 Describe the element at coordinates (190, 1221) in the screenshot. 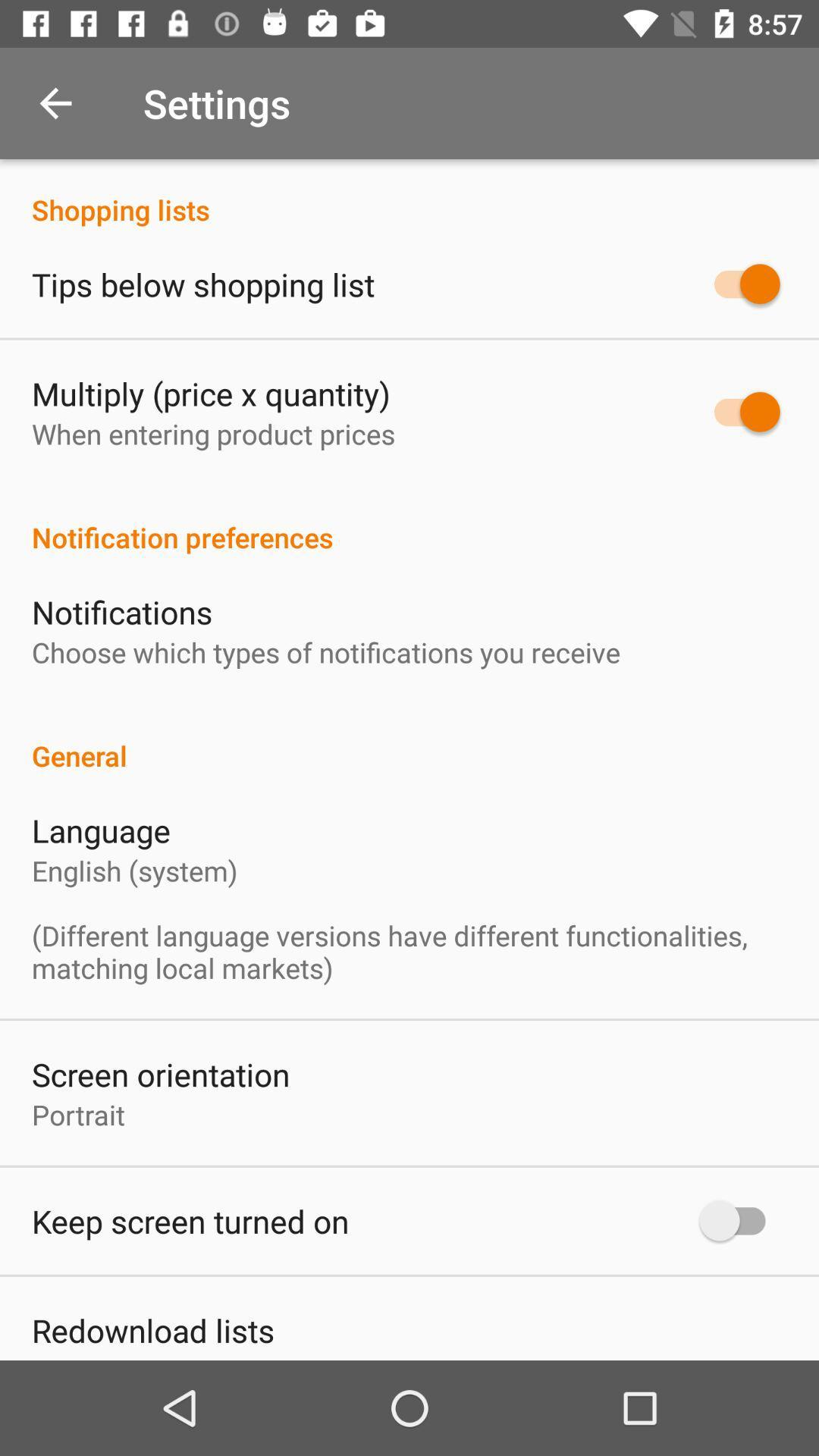

I see `the icon below portrait icon` at that location.